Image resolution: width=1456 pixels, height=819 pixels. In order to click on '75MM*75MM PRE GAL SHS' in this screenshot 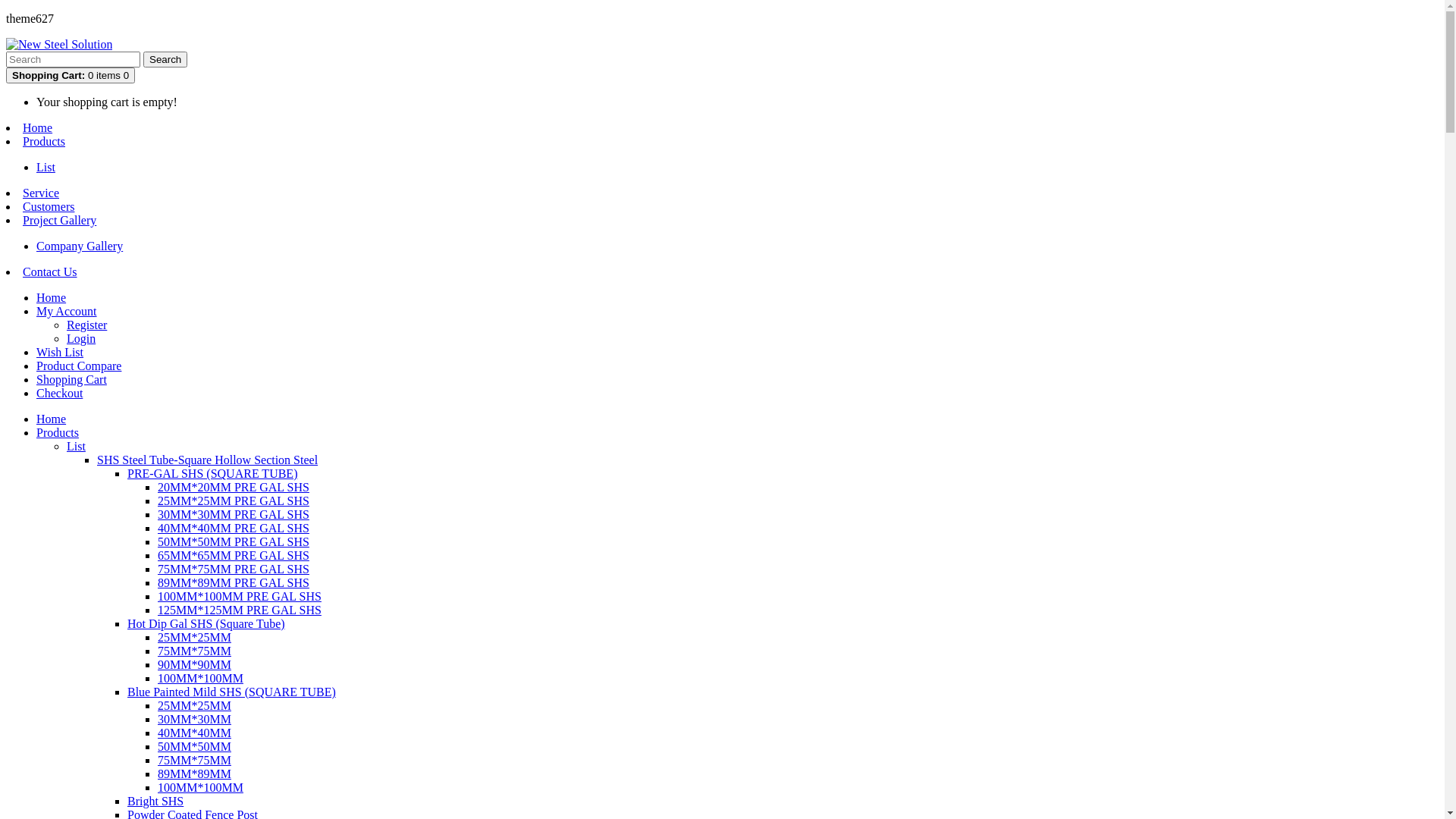, I will do `click(232, 569)`.